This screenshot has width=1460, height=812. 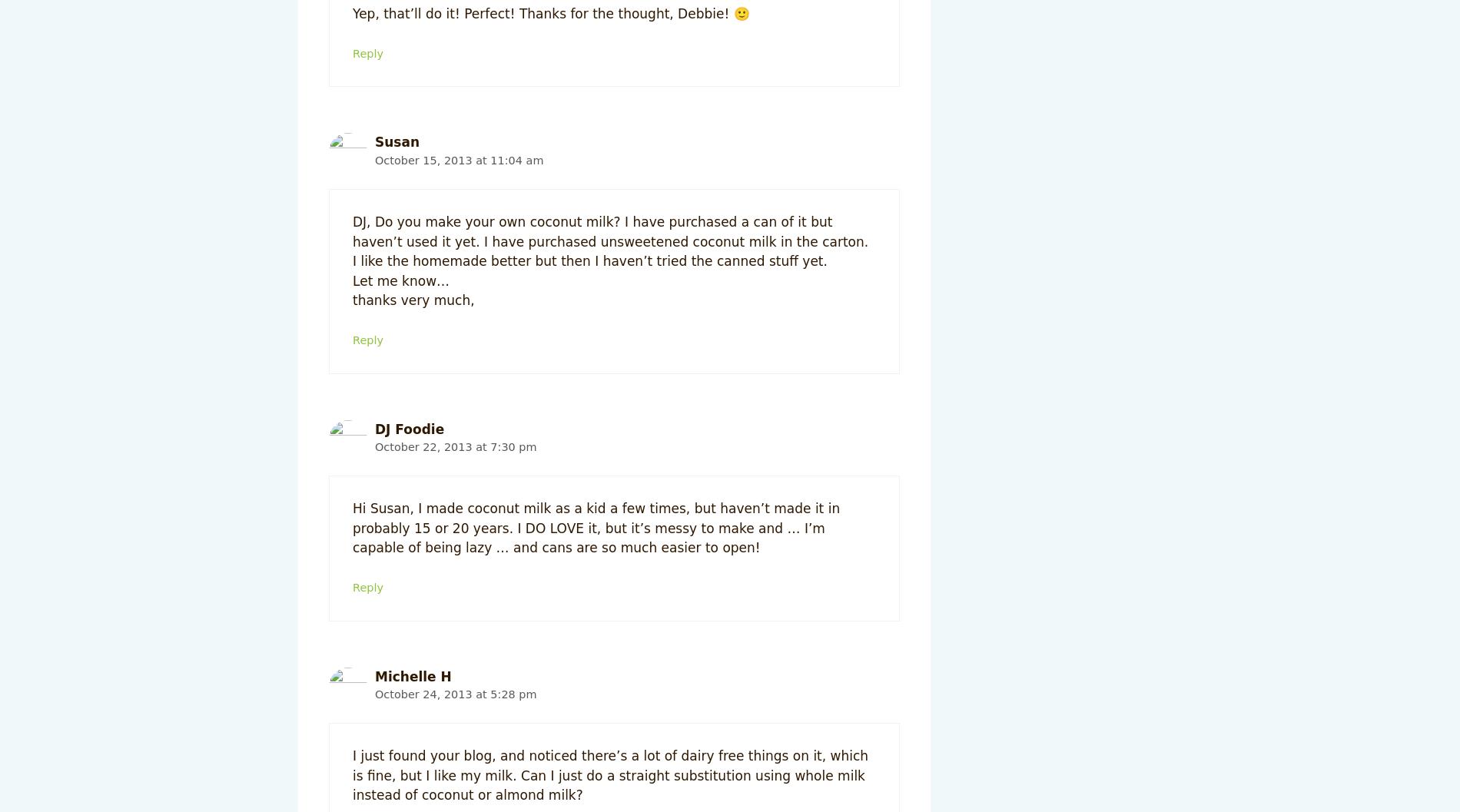 What do you see at coordinates (413, 674) in the screenshot?
I see `'Michelle H'` at bounding box center [413, 674].